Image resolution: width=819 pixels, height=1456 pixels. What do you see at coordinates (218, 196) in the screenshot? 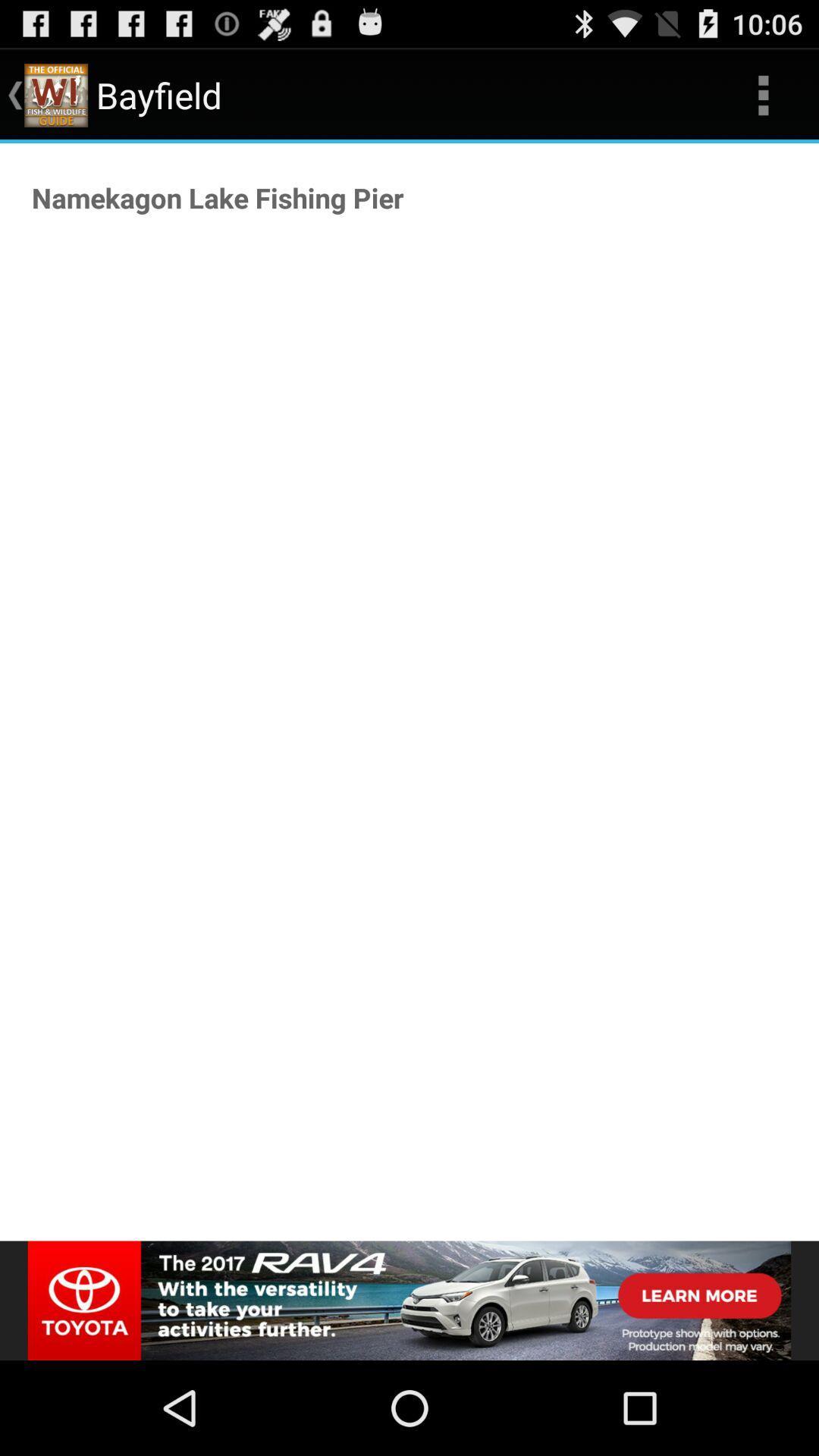
I see `the namekagon lake fishing item` at bounding box center [218, 196].